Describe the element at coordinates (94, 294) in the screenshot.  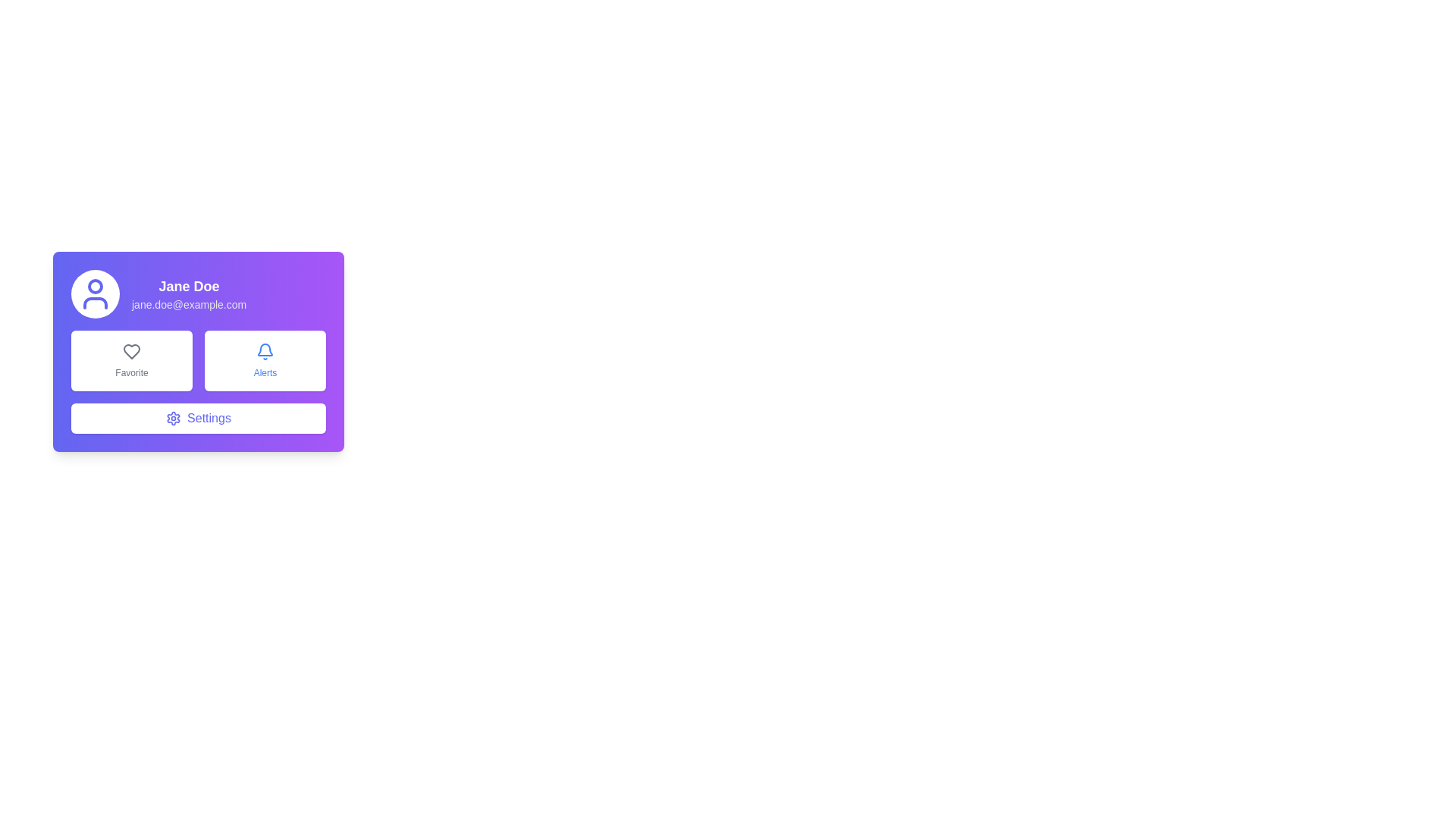
I see `the Icon Button located at the leftmost position of the user profile card` at that location.